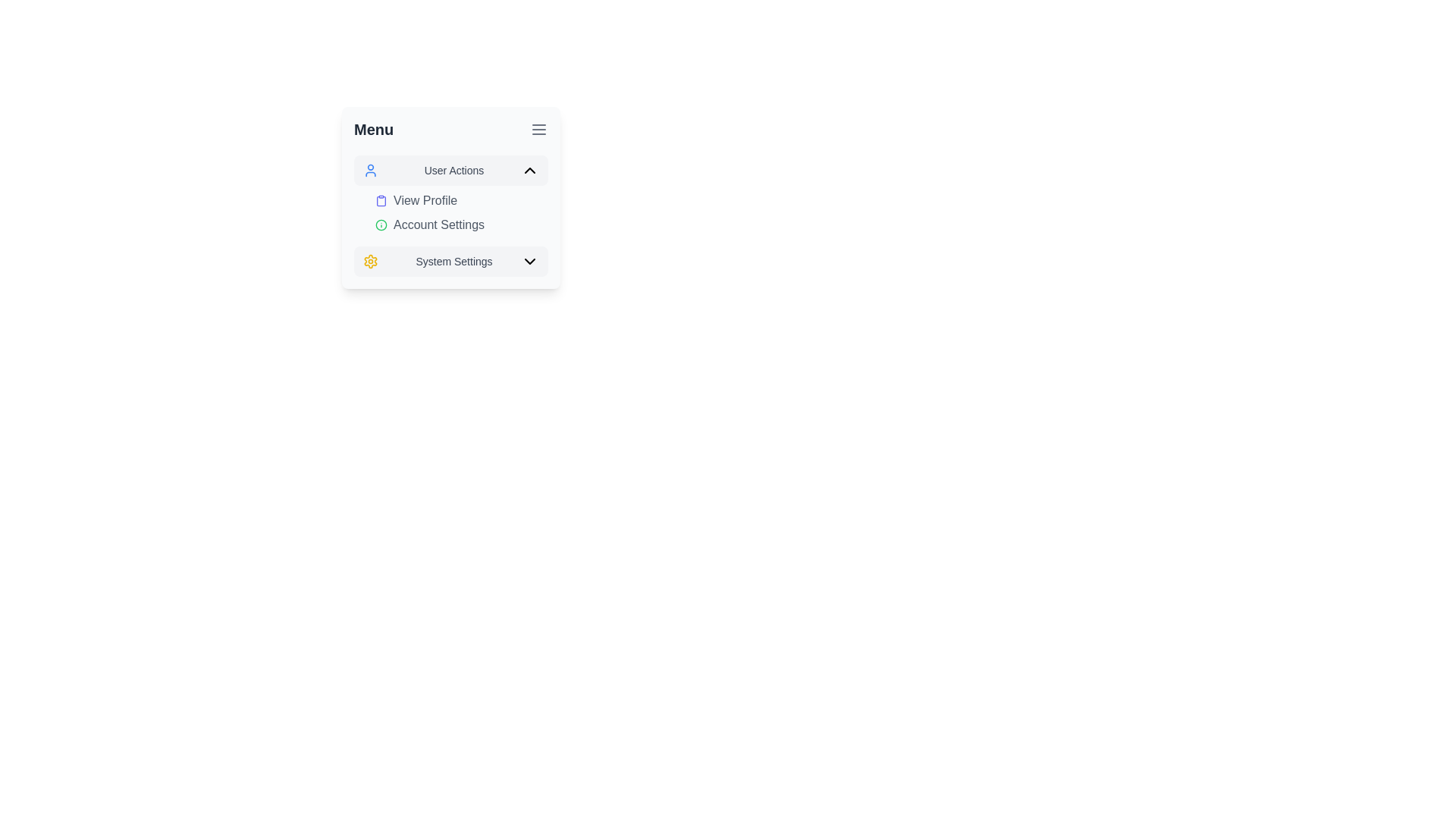 This screenshot has width=1456, height=819. I want to click on the first button in the 'User Actions' dropdown menu to initiate navigation to the profile page or profile-related settings, so click(461, 200).